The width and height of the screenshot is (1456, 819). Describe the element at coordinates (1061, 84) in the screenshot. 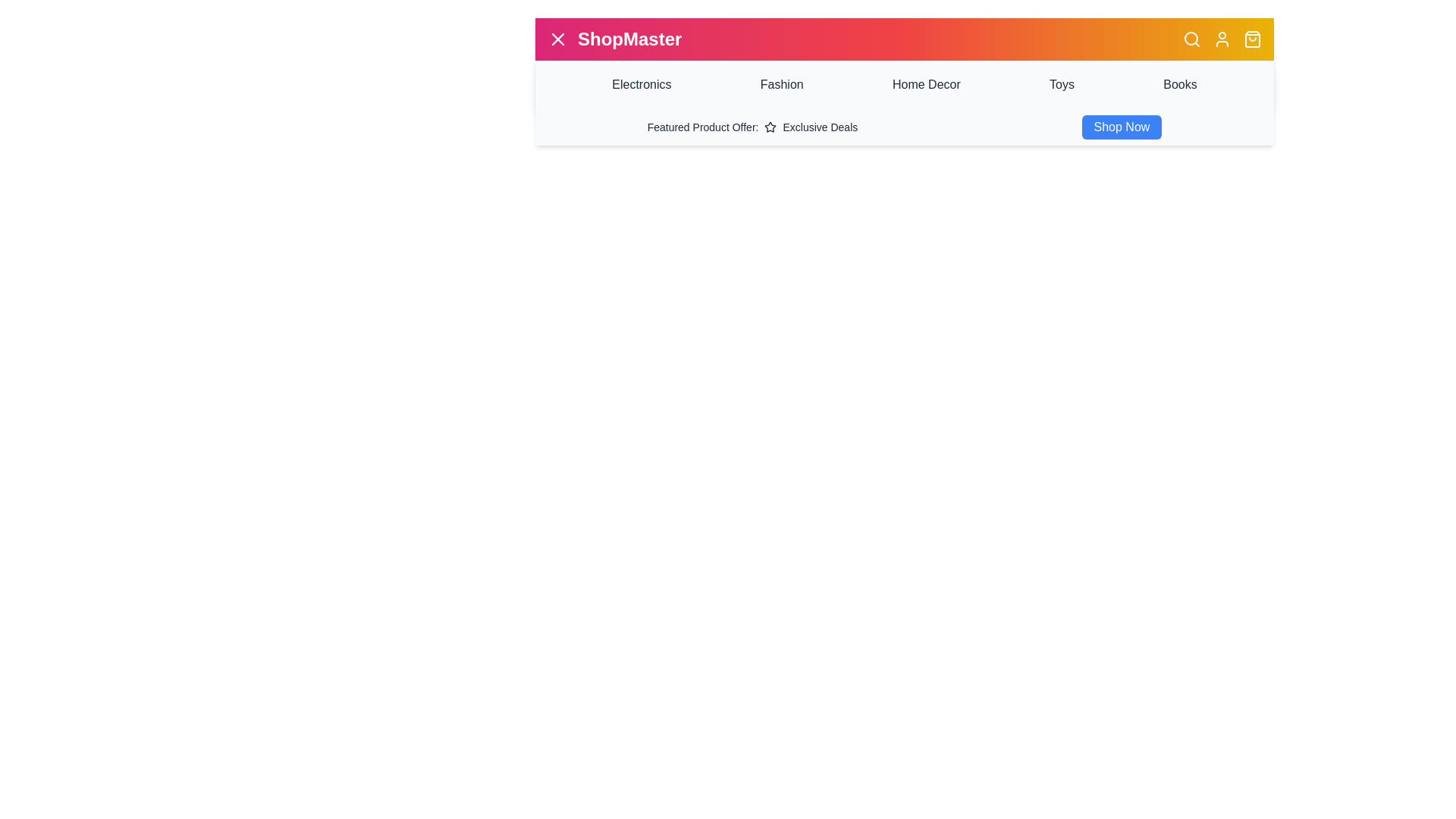

I see `the category Toys to navigate to the respective section` at that location.